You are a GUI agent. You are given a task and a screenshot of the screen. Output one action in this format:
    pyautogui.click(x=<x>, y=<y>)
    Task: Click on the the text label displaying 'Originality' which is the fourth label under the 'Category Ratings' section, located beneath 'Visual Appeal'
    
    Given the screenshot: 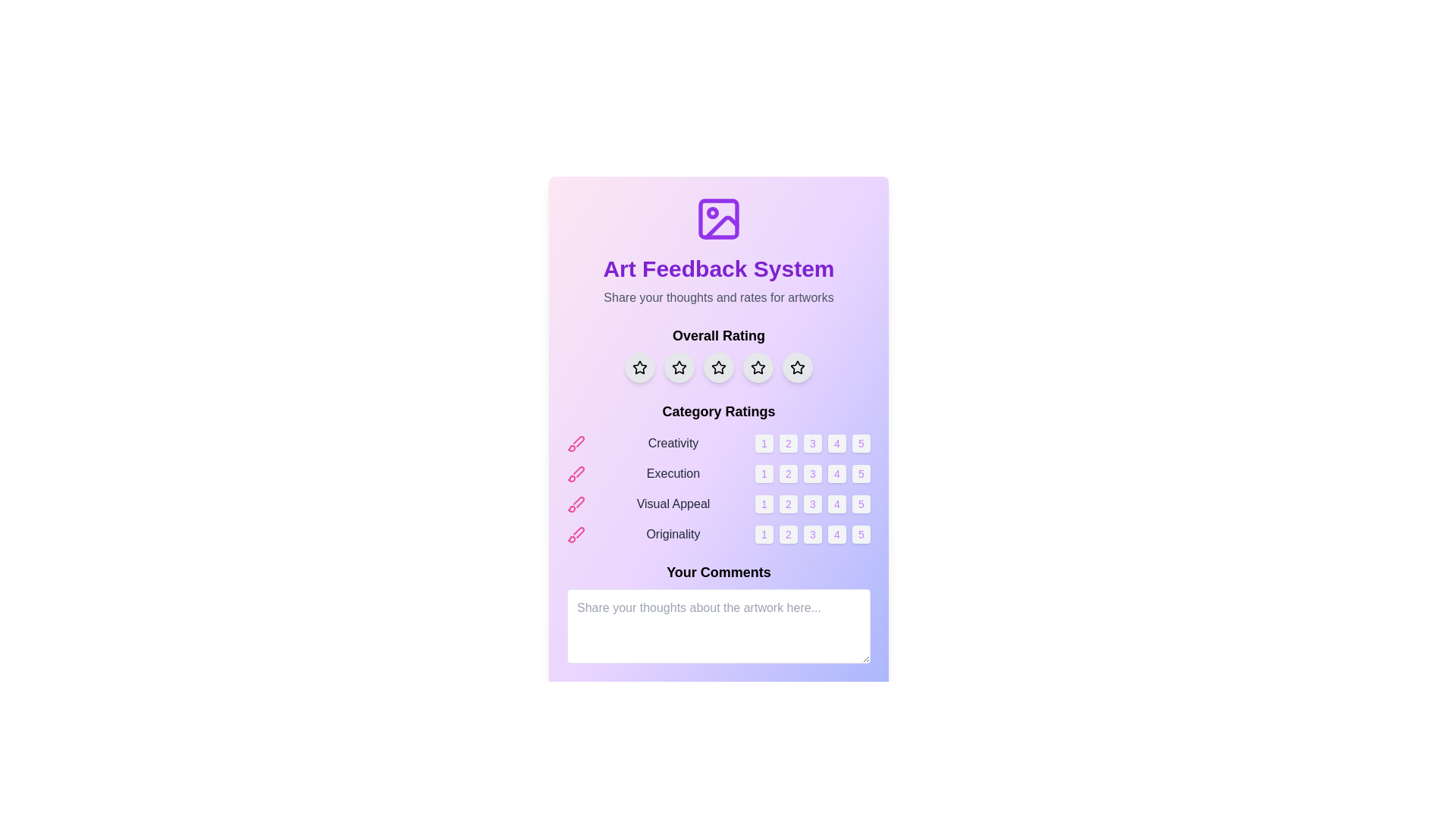 What is the action you would take?
    pyautogui.click(x=673, y=534)
    